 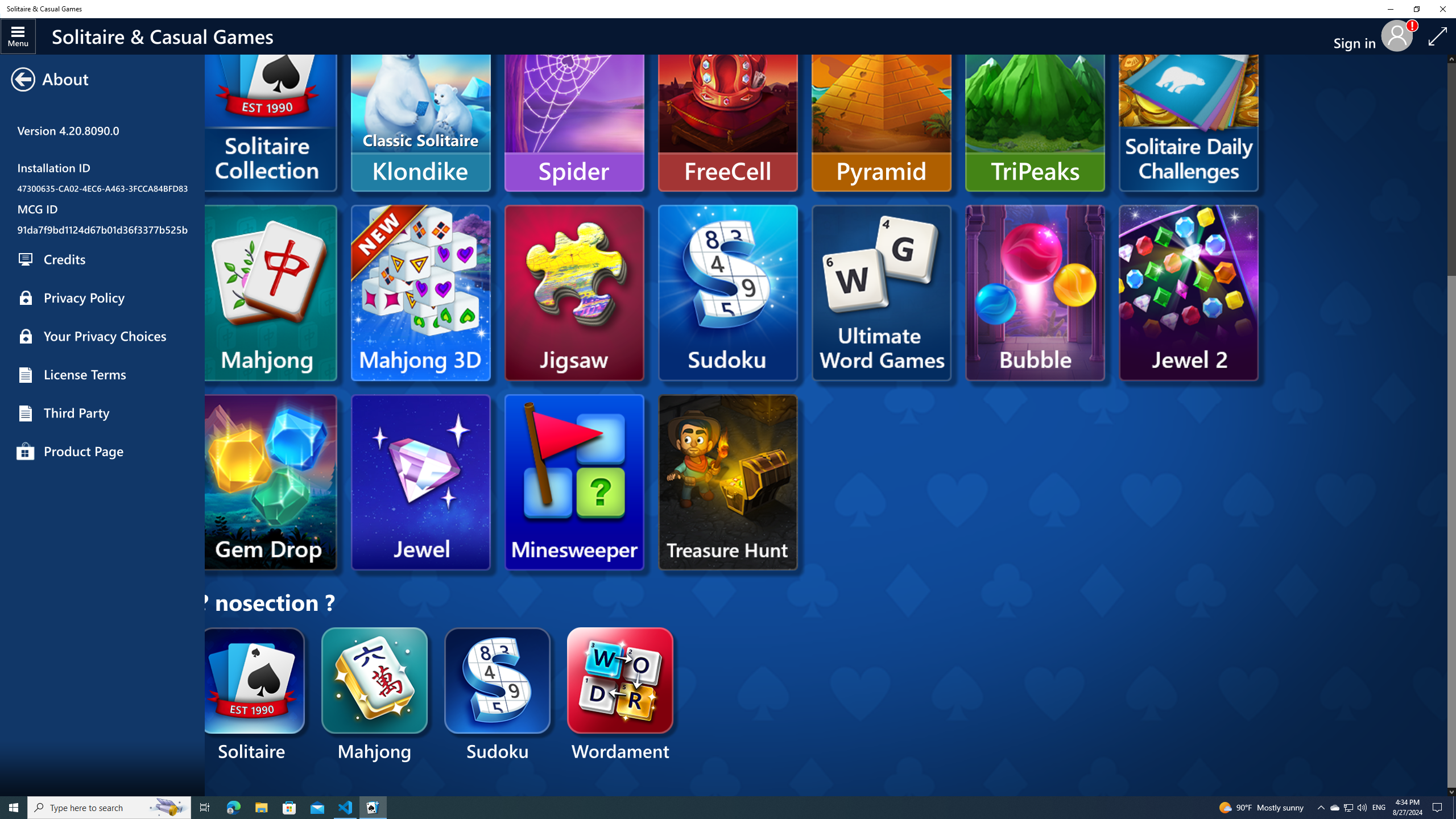 I want to click on 'Wordament', so click(x=621, y=695).